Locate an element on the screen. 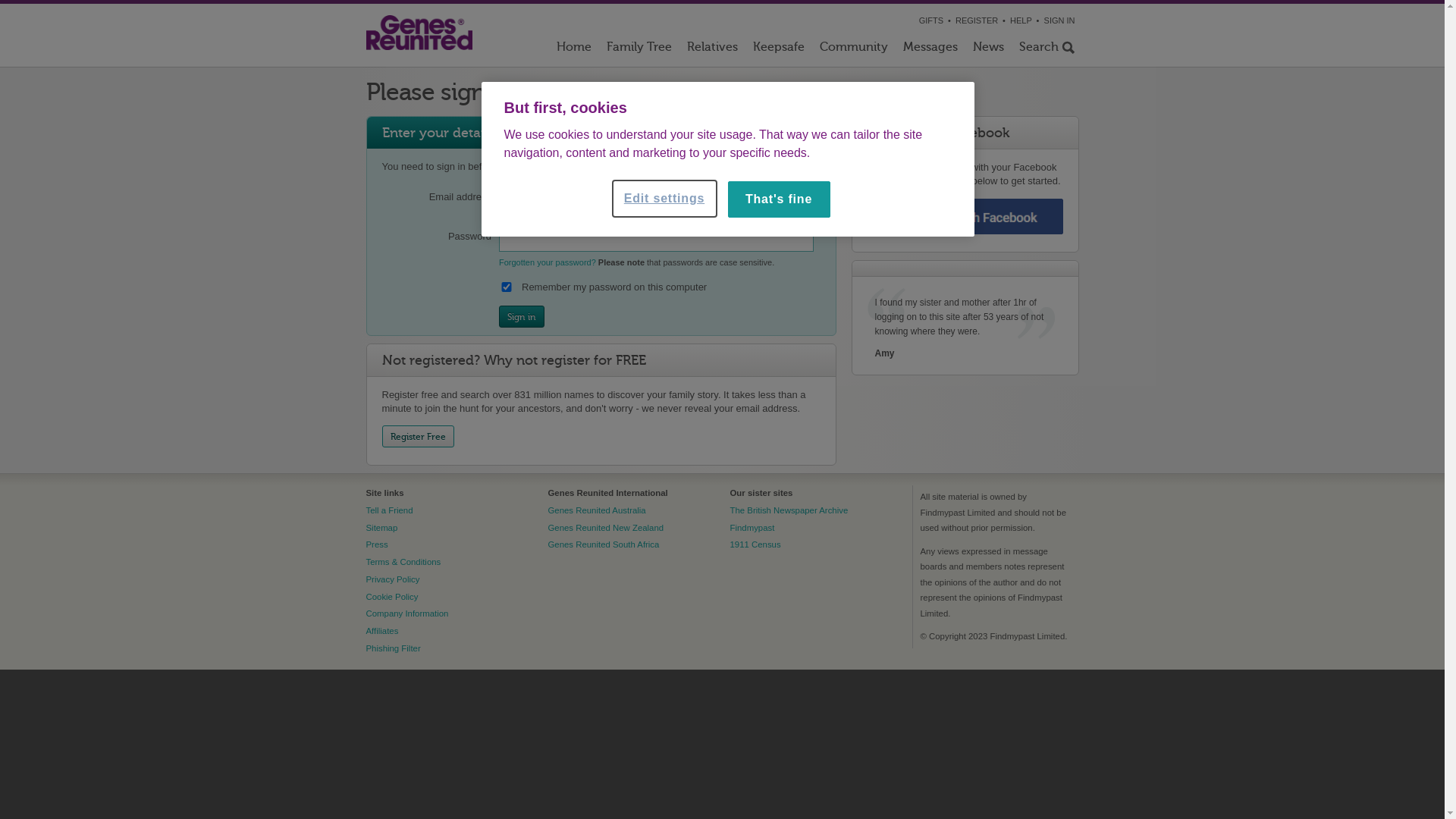  'Home' is located at coordinates (573, 49).